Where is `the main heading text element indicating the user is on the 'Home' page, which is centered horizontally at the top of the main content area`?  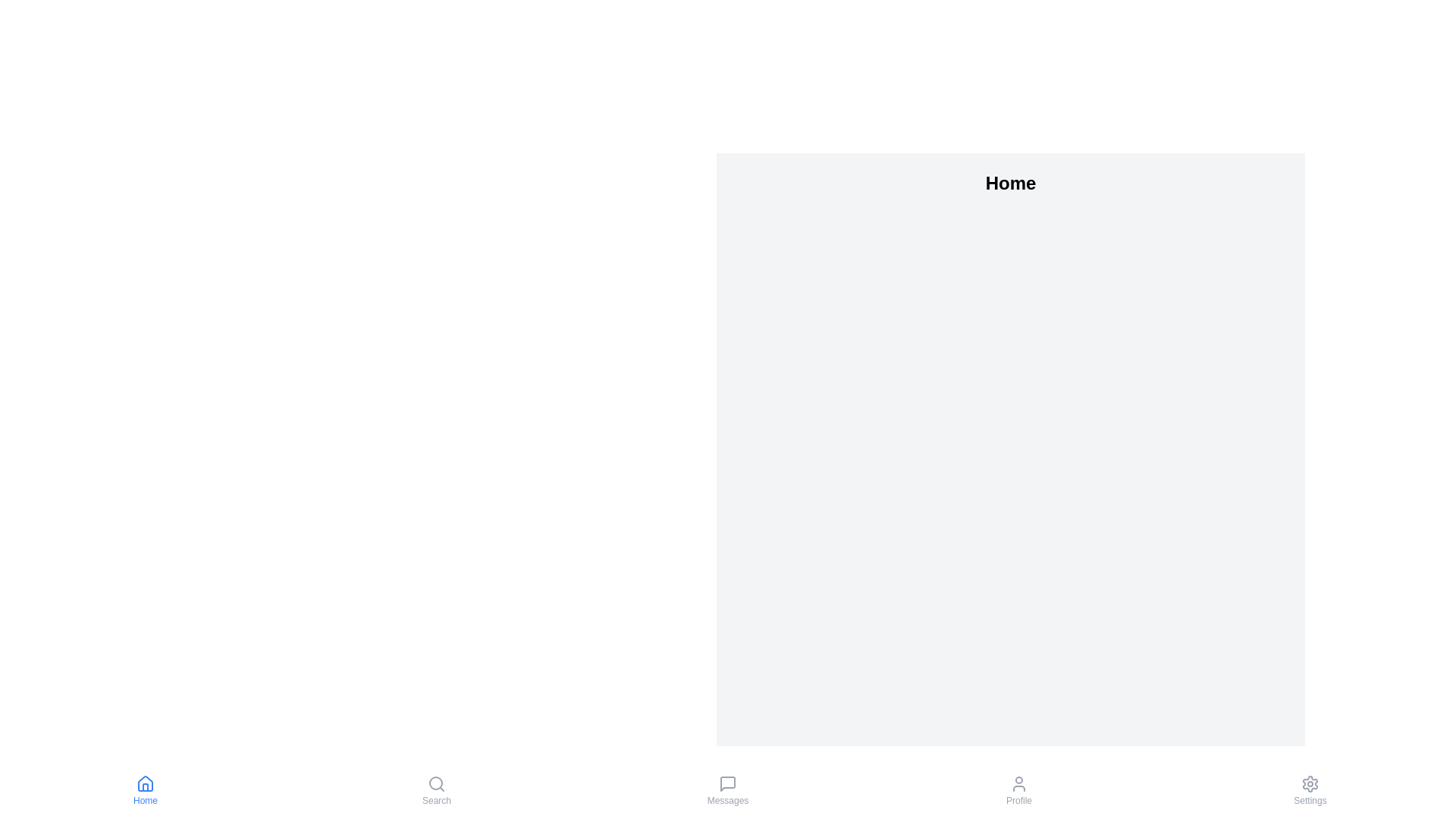
the main heading text element indicating the user is on the 'Home' page, which is centered horizontally at the top of the main content area is located at coordinates (1011, 183).